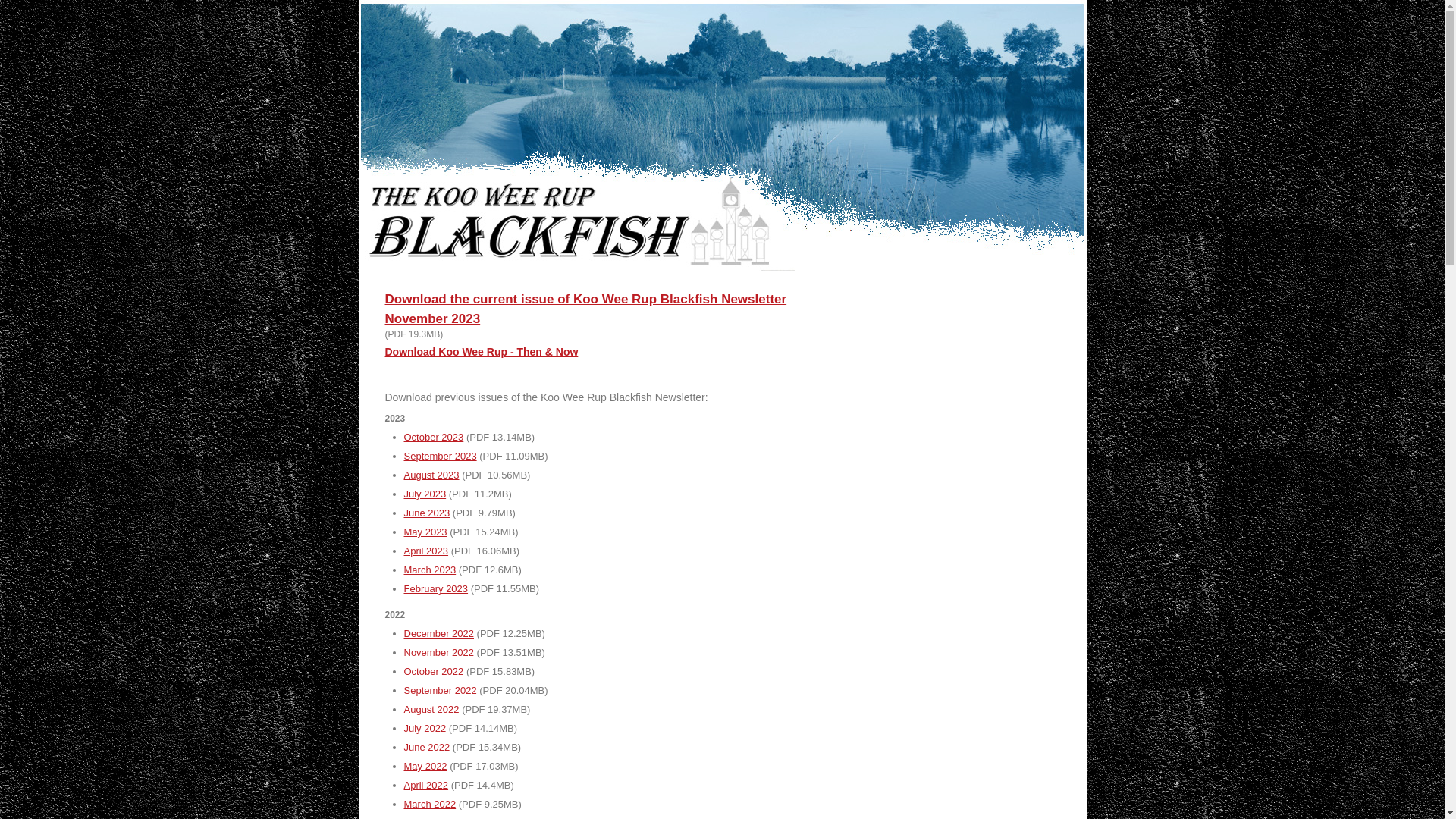  What do you see at coordinates (425, 766) in the screenshot?
I see `'May 2022'` at bounding box center [425, 766].